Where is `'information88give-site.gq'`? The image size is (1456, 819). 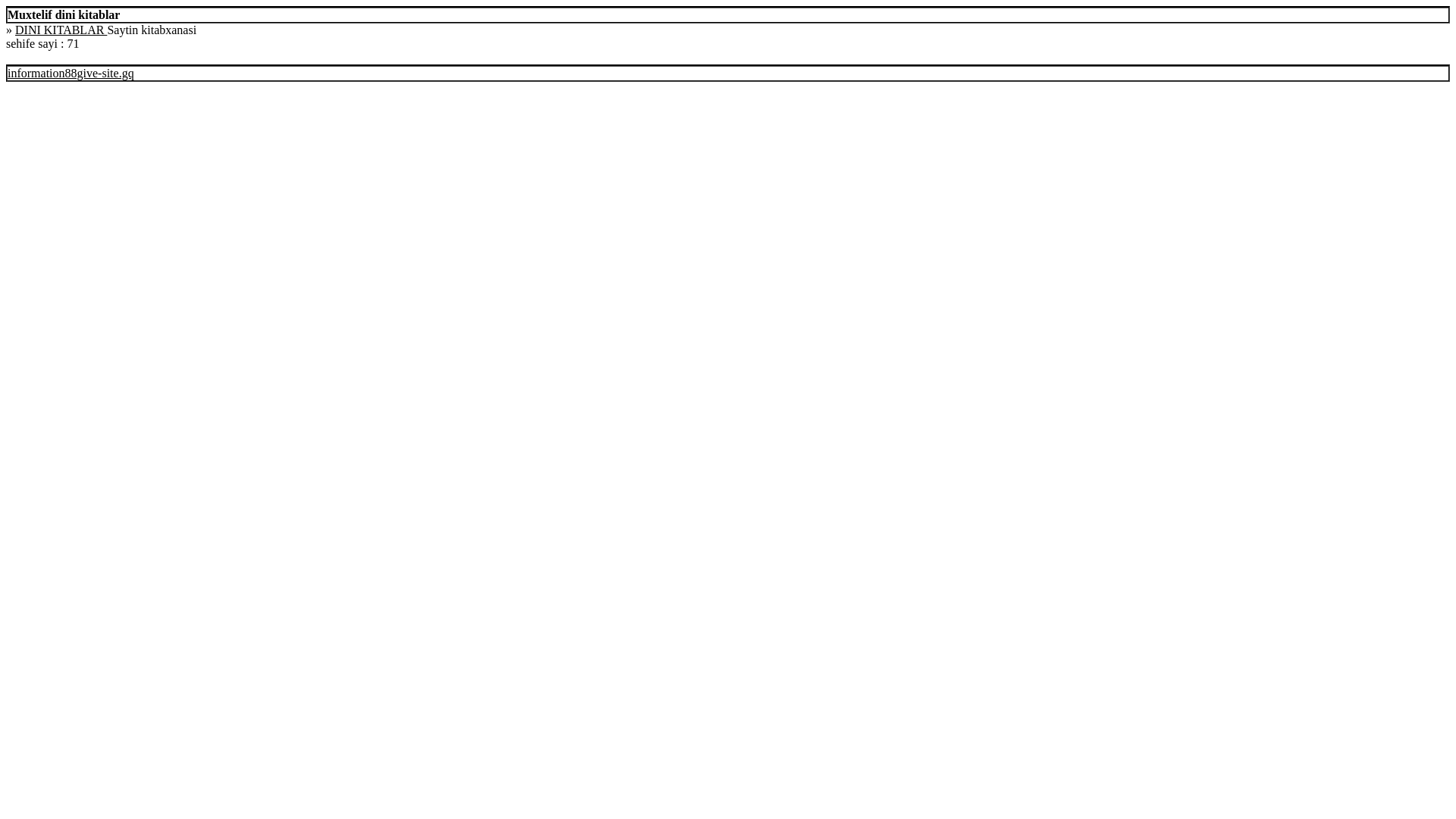 'information88give-site.gq' is located at coordinates (70, 73).